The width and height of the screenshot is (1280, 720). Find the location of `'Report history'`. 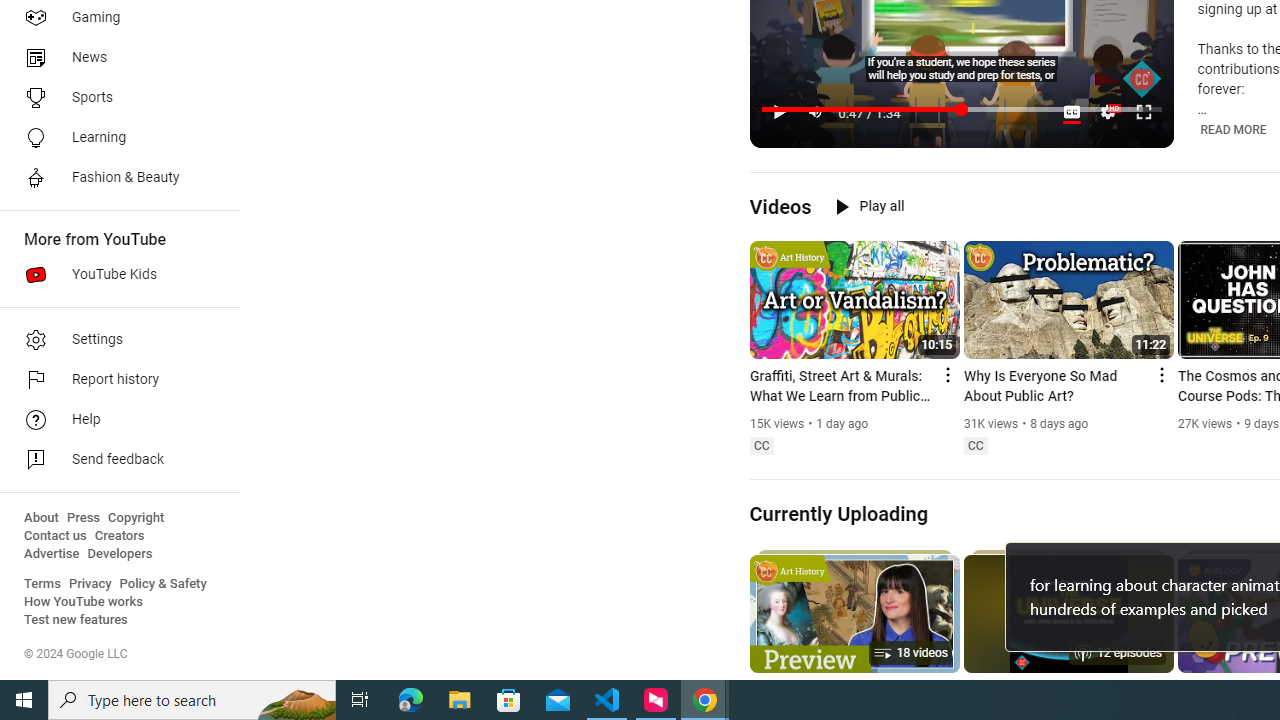

'Report history' is located at coordinates (112, 380).